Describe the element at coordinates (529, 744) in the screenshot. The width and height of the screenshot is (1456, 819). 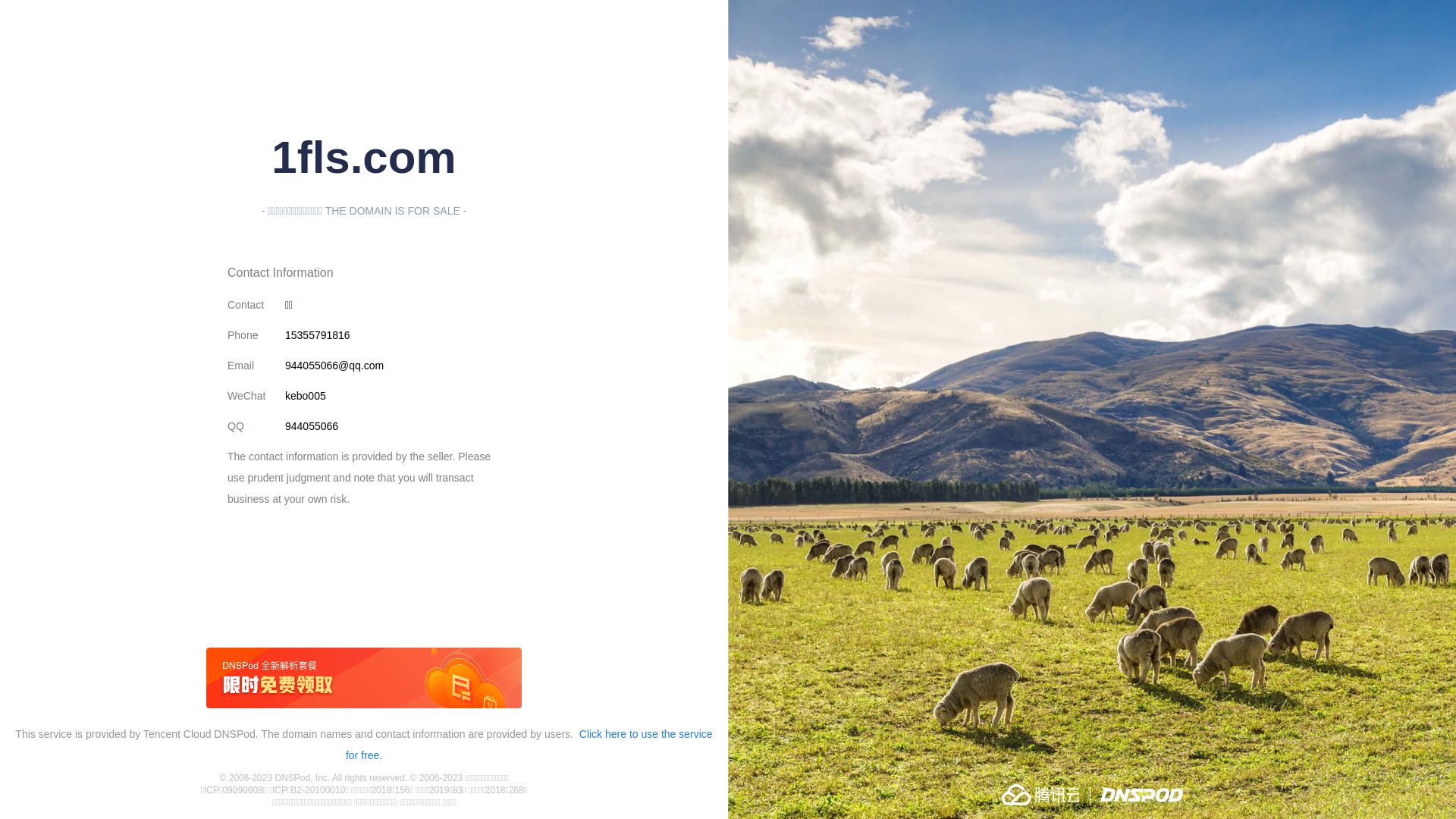
I see `'Click here to use the service for free.'` at that location.